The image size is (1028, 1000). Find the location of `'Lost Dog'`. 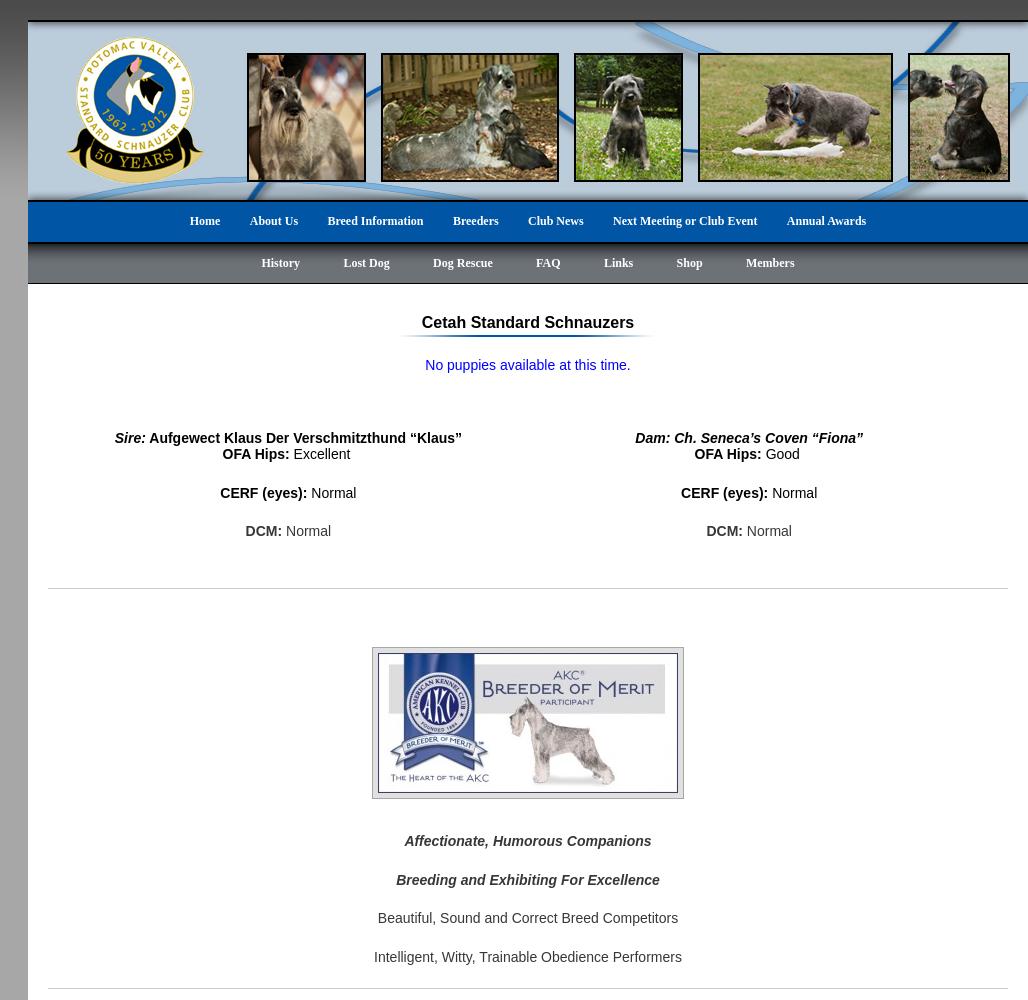

'Lost Dog' is located at coordinates (364, 263).